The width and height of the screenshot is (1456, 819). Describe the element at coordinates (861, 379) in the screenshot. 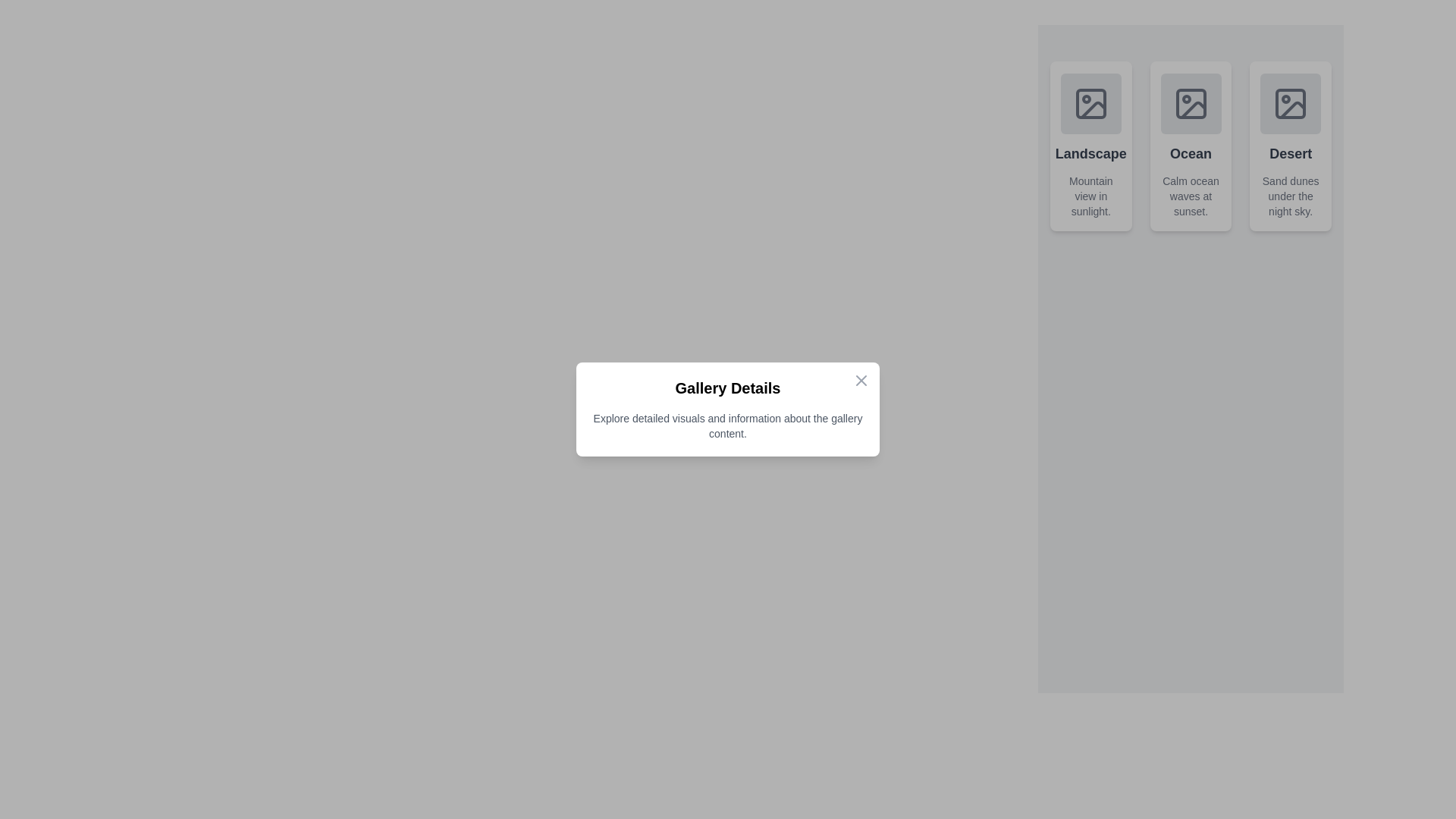

I see `the center of the Close Button Icon, which is a small 'X' located in the top-right corner of the 'Gallery Details' popup` at that location.